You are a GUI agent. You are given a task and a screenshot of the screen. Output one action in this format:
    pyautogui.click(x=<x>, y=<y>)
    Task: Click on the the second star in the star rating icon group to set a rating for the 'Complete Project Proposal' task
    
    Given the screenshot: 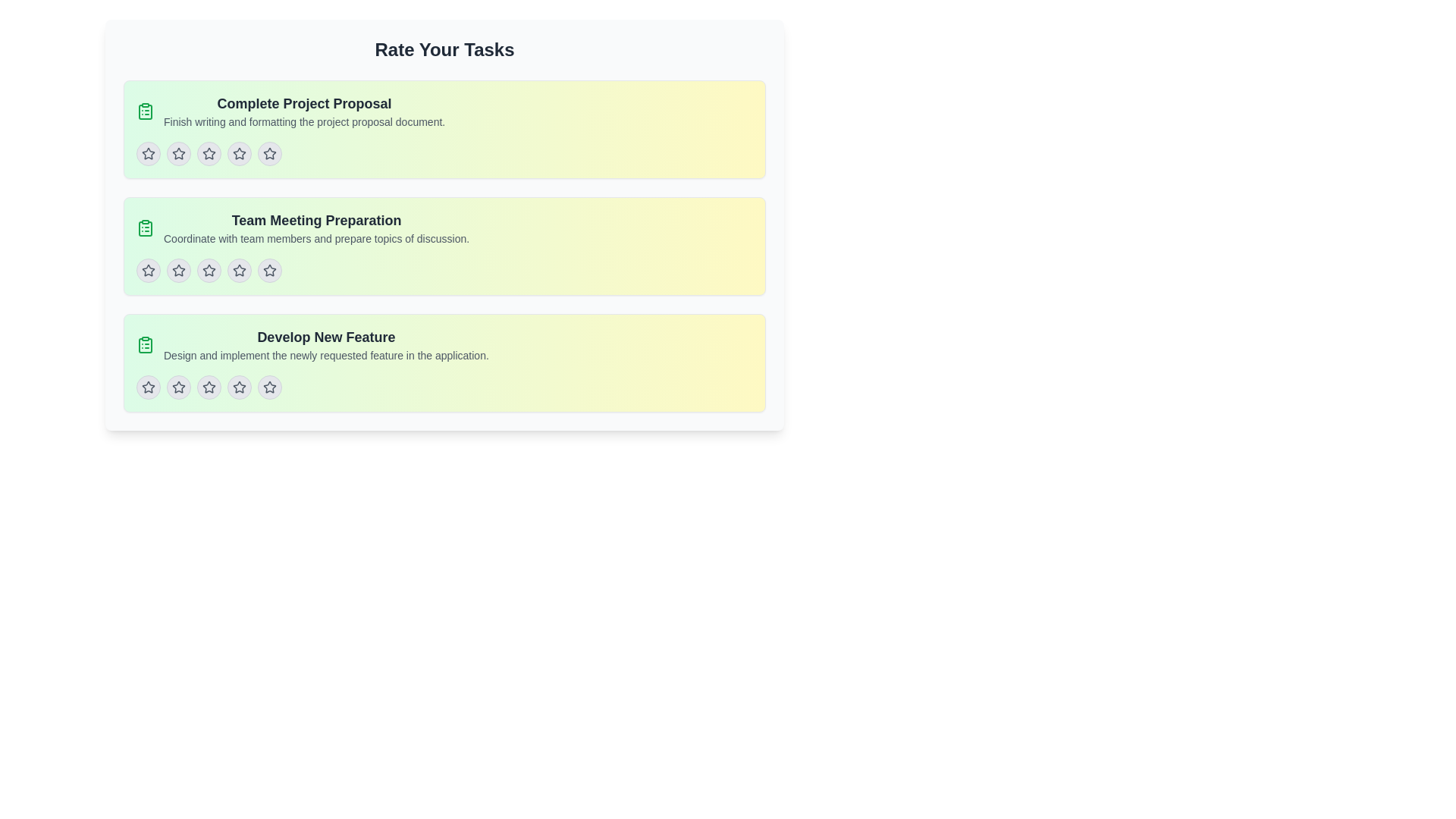 What is the action you would take?
    pyautogui.click(x=238, y=152)
    